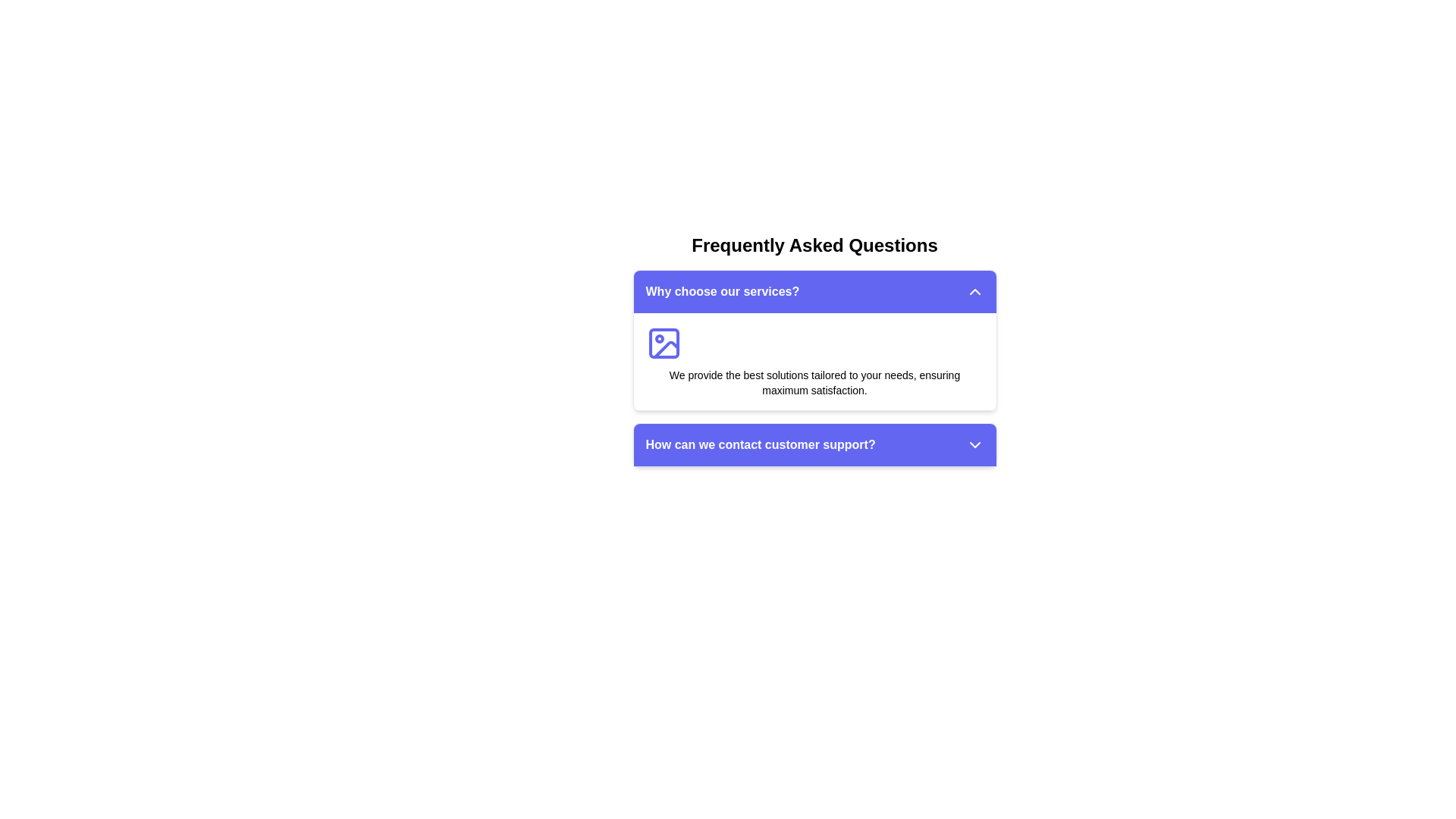 This screenshot has width=1456, height=819. Describe the element at coordinates (814, 245) in the screenshot. I see `the centered, bolded text block that says 'Frequently Asked Questions', which is positioned at the top of its section` at that location.